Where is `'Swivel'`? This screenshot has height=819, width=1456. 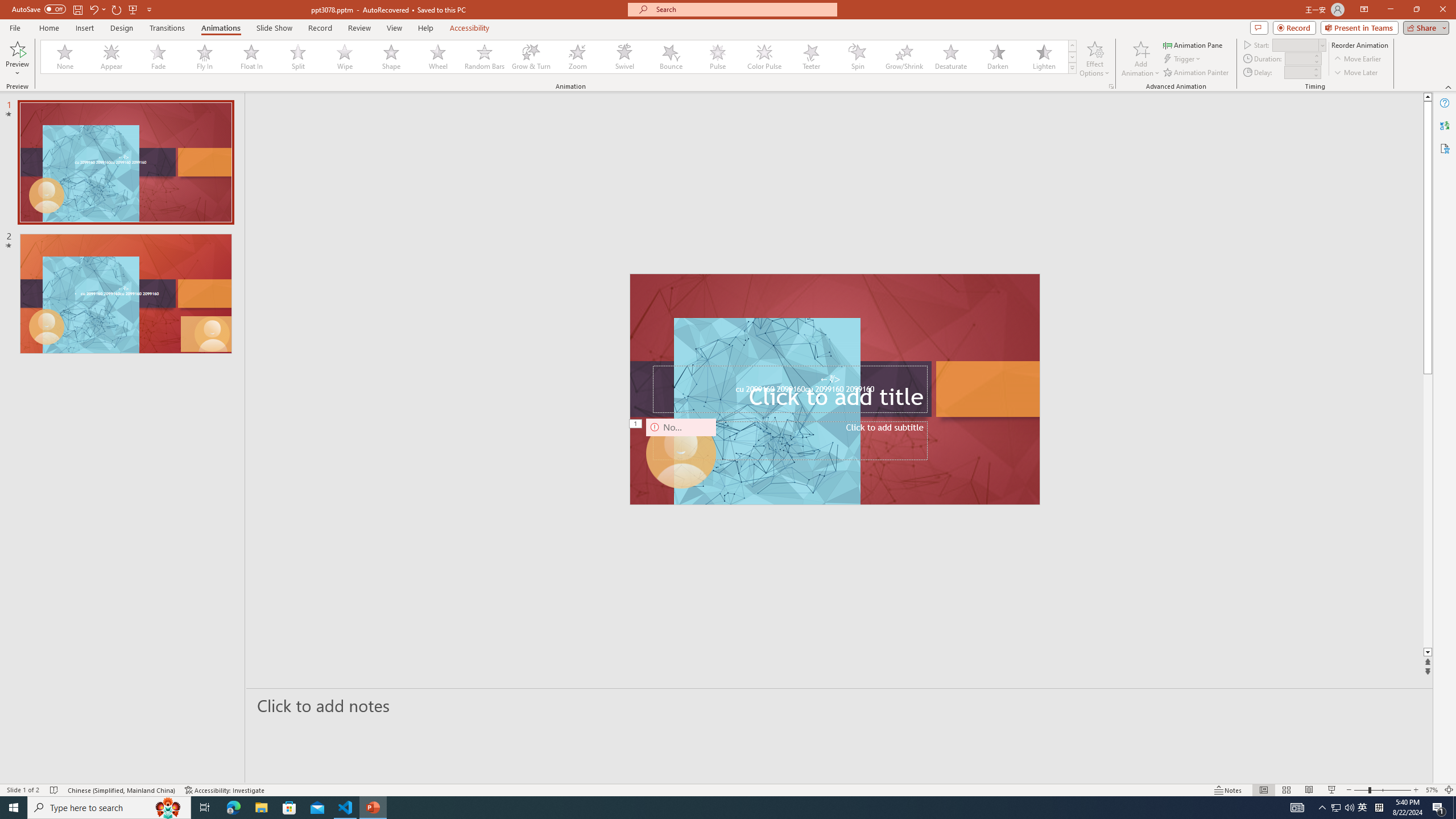 'Swivel' is located at coordinates (624, 56).